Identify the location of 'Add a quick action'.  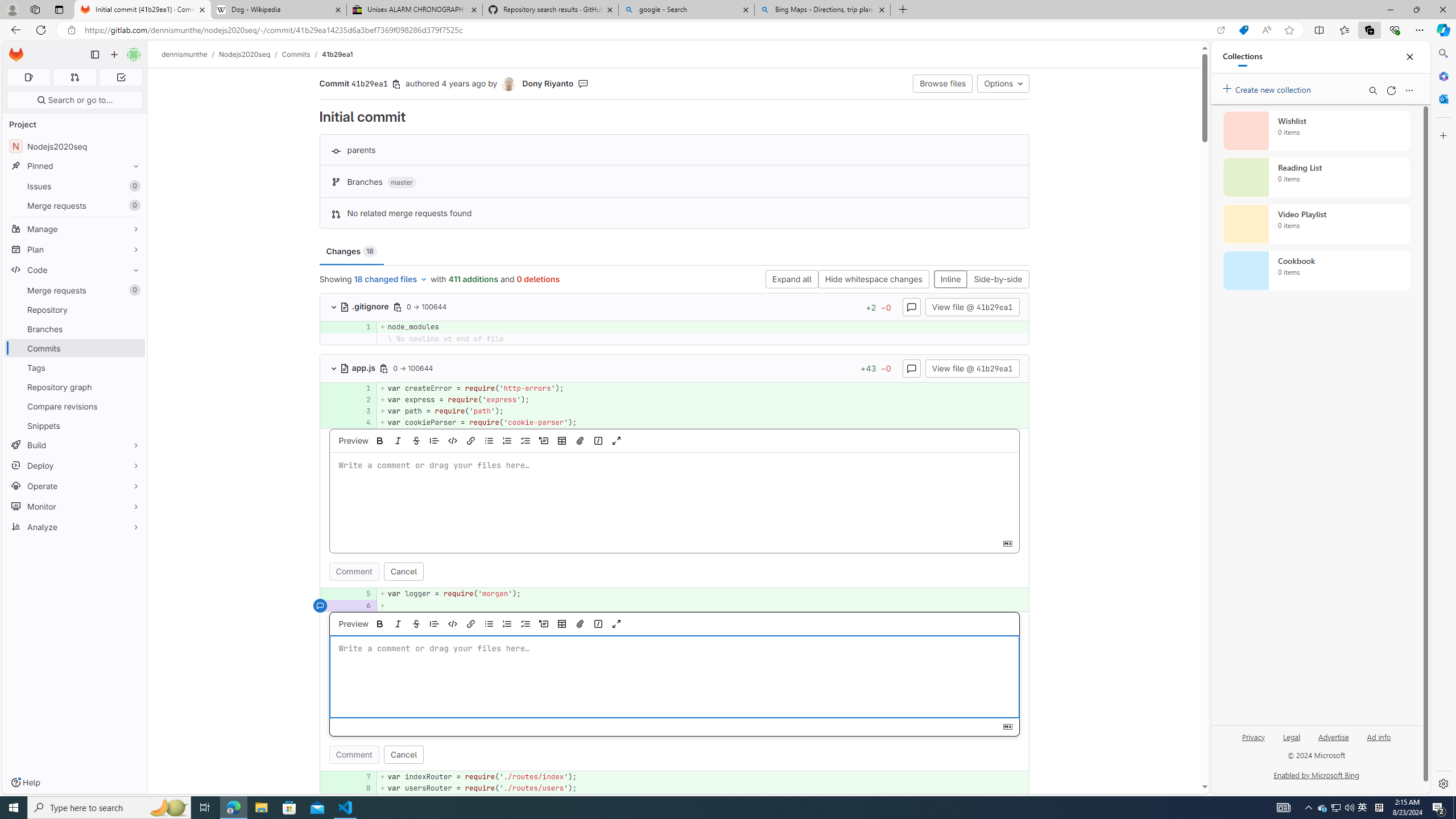
(598, 623).